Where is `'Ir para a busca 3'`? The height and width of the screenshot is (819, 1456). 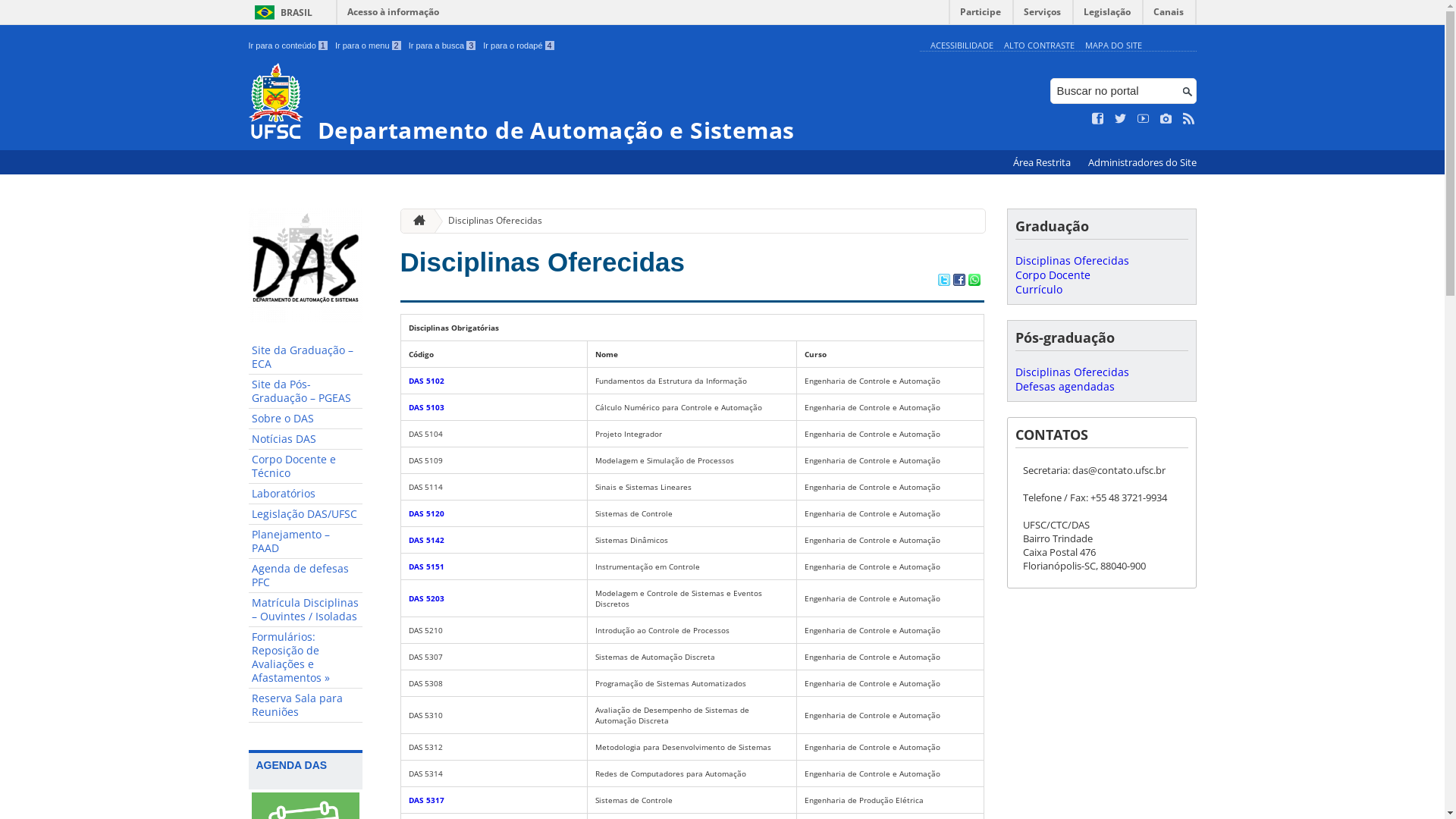
'Ir para a busca 3' is located at coordinates (441, 45).